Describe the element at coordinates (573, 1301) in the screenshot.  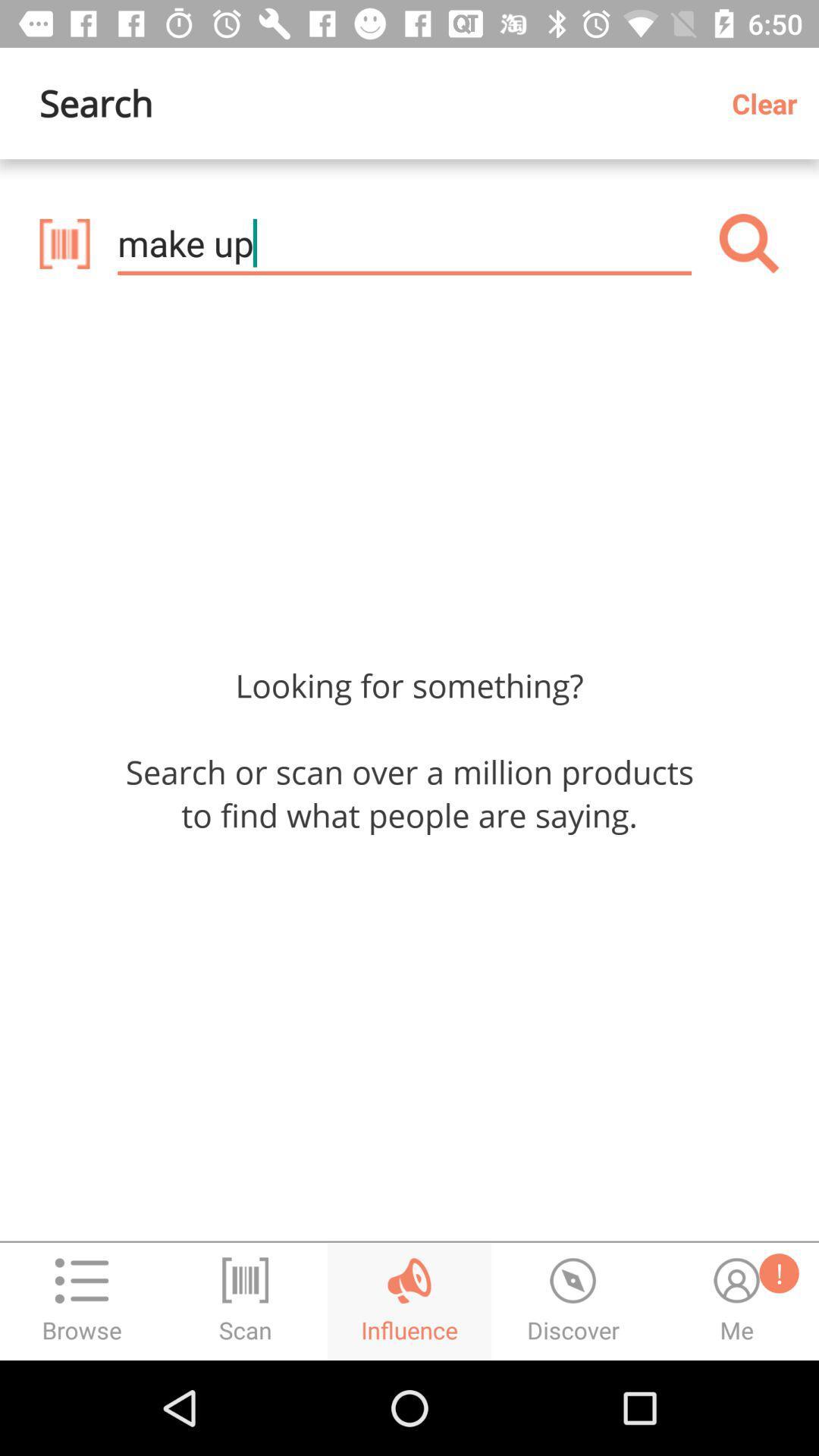
I see `the time icon` at that location.